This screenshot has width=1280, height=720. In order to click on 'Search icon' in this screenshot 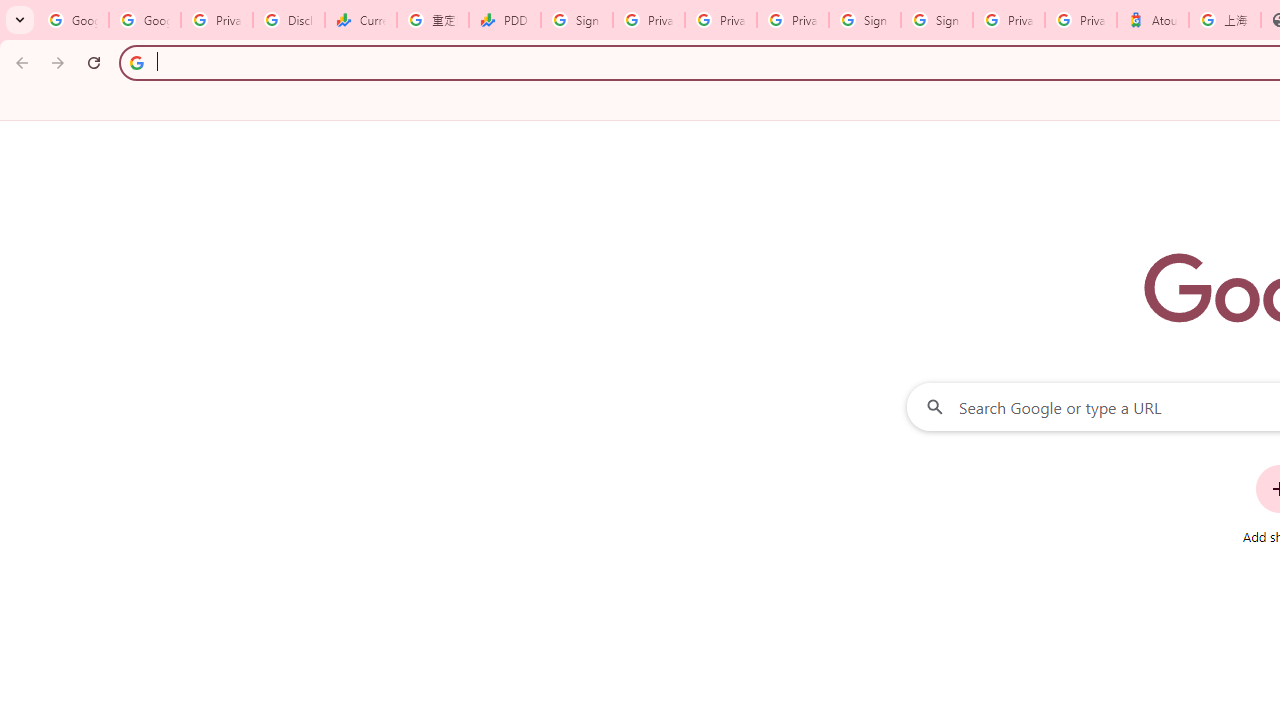, I will do `click(135, 61)`.